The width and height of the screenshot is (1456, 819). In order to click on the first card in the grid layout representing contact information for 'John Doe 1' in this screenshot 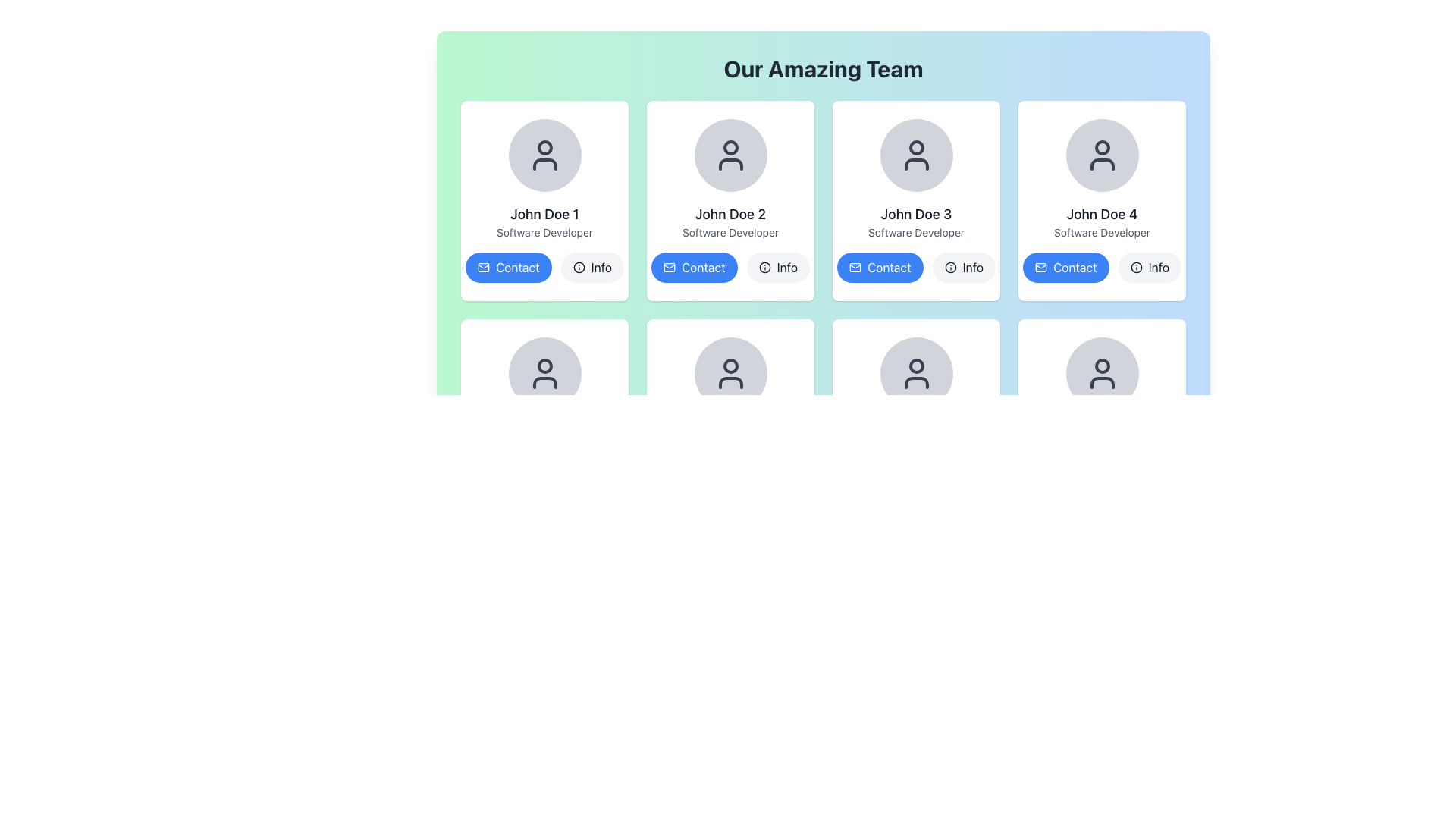, I will do `click(544, 200)`.